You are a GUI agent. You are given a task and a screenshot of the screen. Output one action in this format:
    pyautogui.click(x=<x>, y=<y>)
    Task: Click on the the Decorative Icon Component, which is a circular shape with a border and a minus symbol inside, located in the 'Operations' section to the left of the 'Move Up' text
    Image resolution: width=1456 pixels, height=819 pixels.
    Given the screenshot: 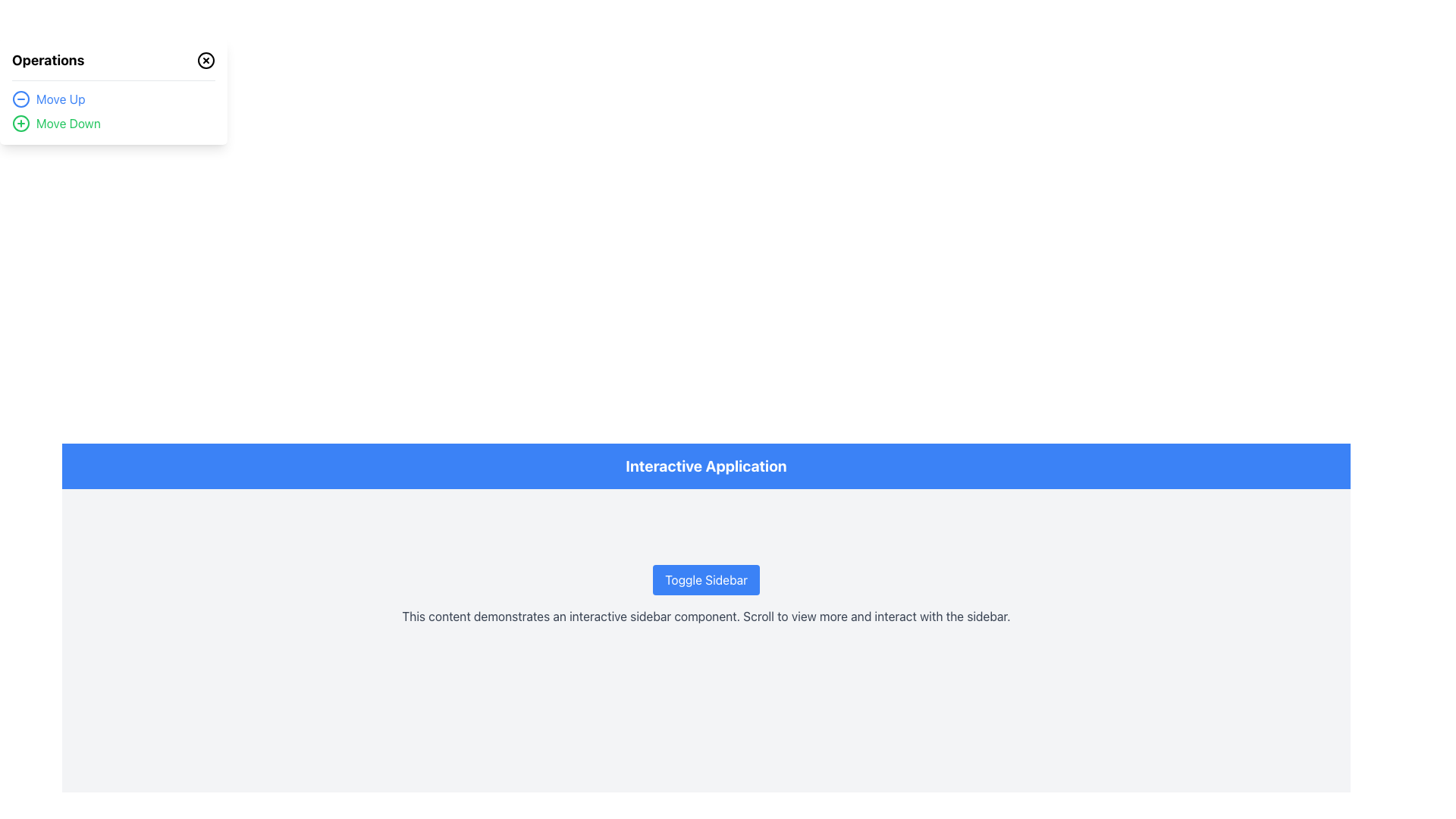 What is the action you would take?
    pyautogui.click(x=21, y=99)
    